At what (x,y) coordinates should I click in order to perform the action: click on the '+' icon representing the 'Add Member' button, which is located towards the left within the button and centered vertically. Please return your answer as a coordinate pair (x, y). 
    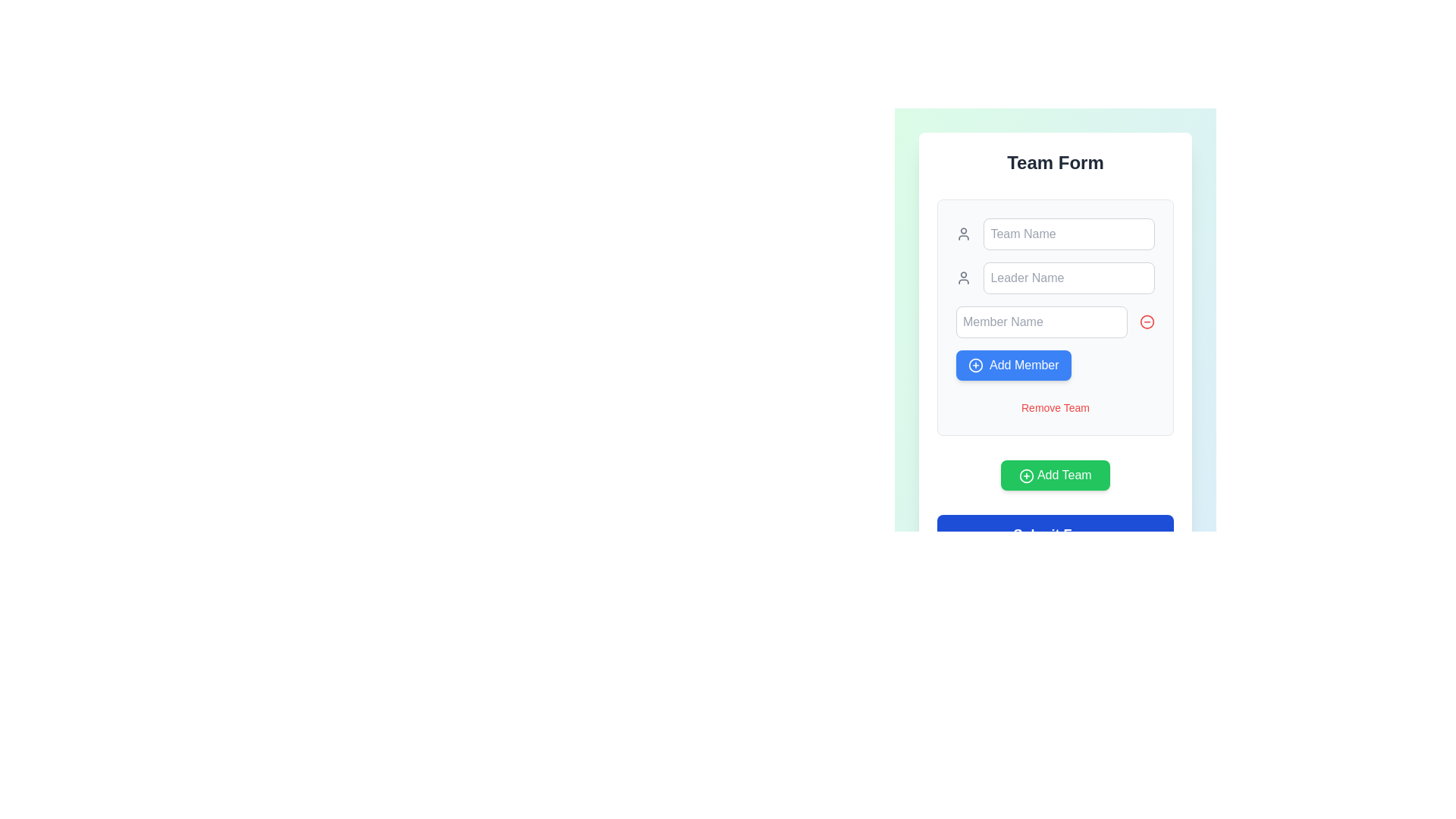
    Looking at the image, I should click on (975, 366).